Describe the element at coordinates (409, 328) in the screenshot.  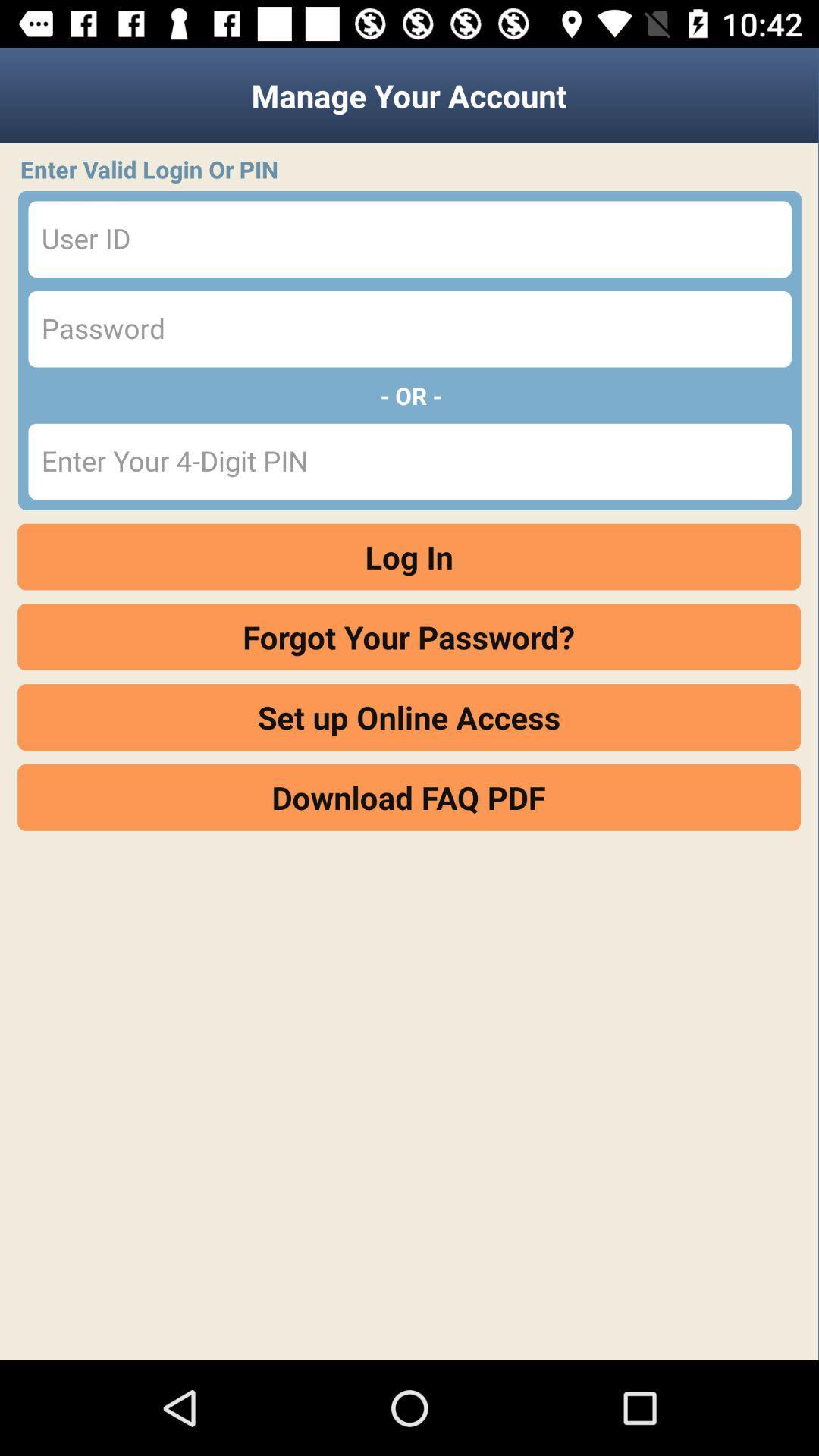
I see `type password` at that location.